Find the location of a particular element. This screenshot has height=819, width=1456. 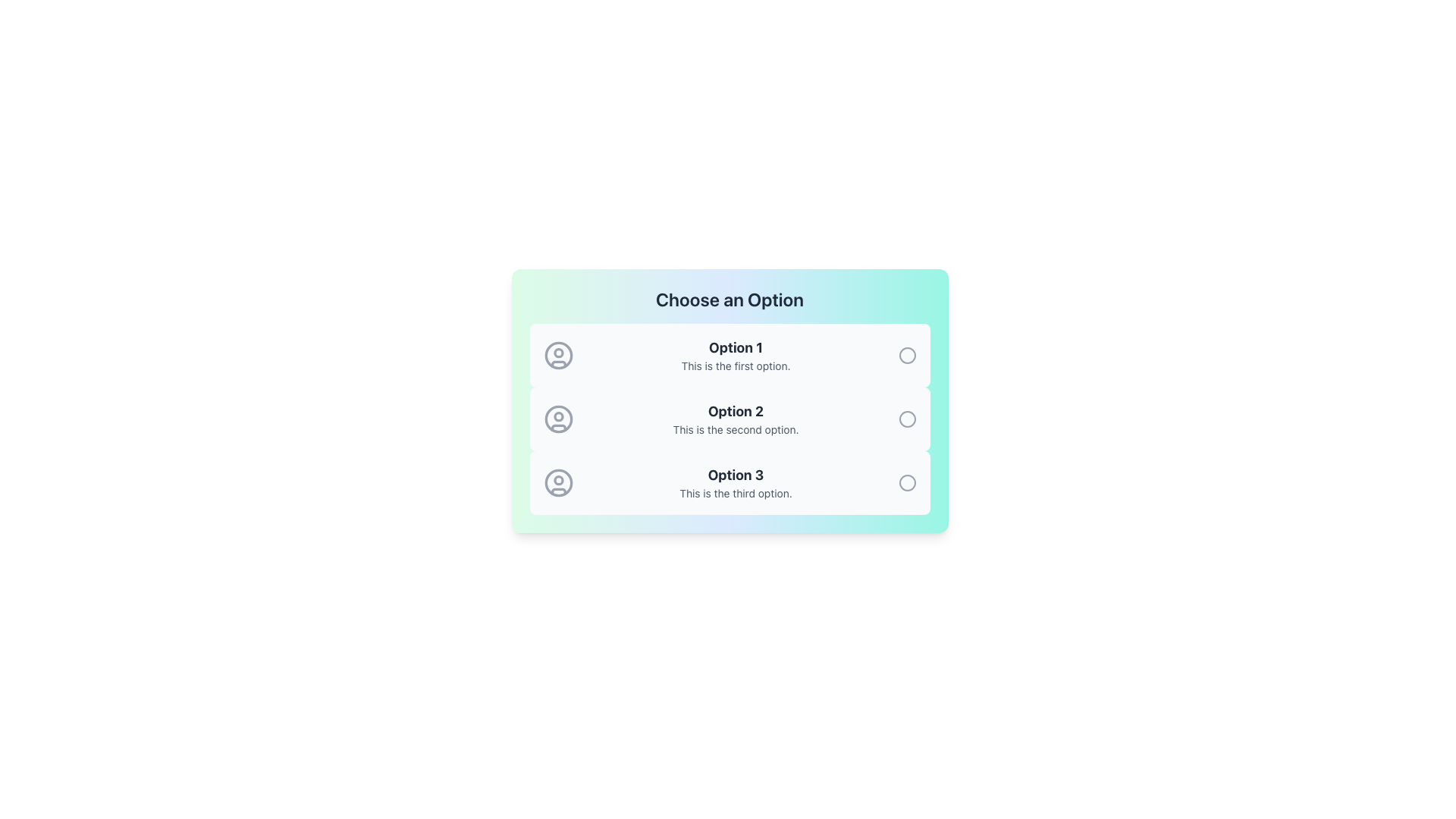

the text label displaying 'Option 3', which is a bold gray font and part of a vertical list of options is located at coordinates (736, 475).